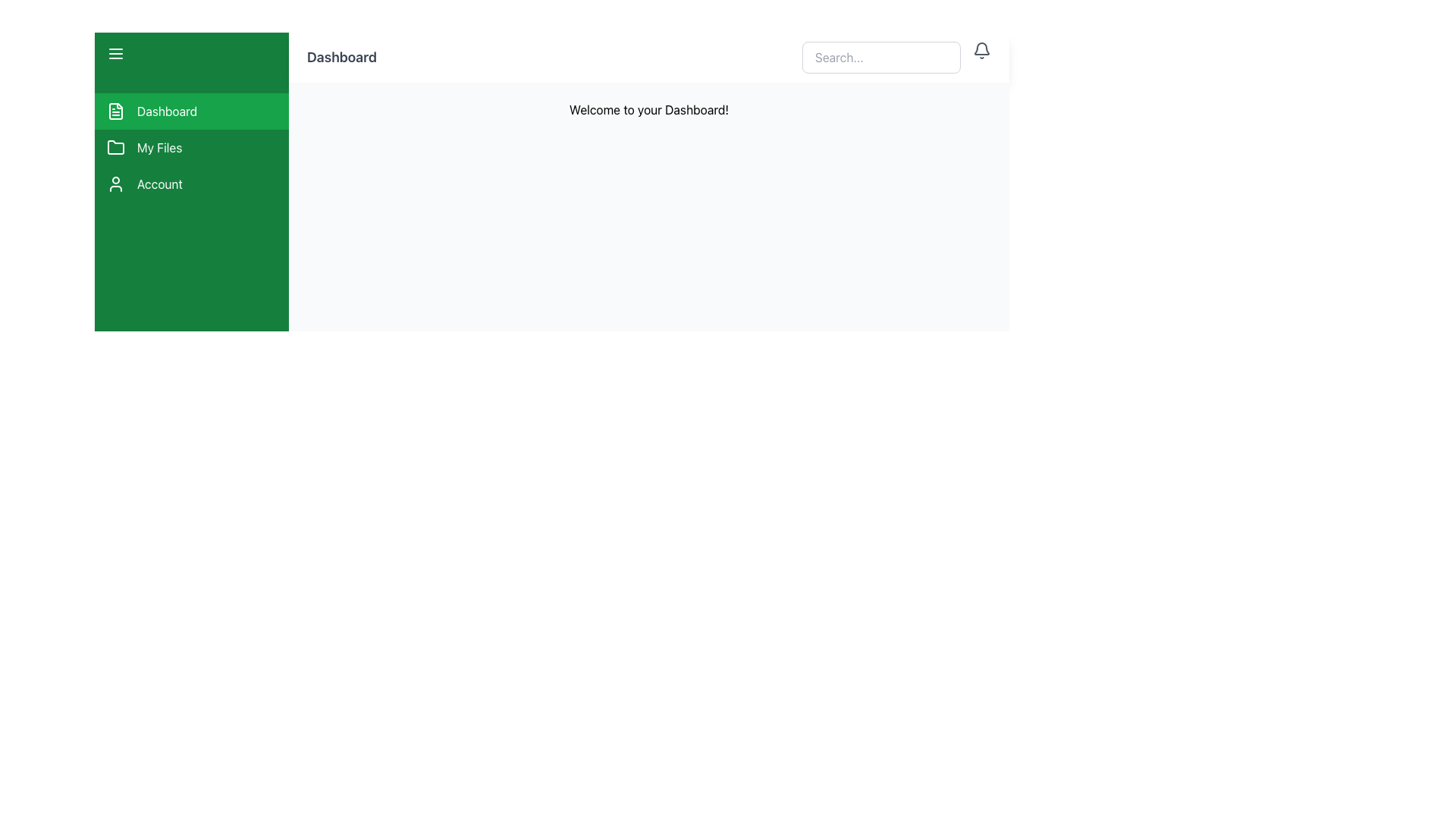  Describe the element at coordinates (160, 184) in the screenshot. I see `the 'Account' navigation label located in the sidebar menu, positioned to the right of the user icon and below the 'My Files' menu item` at that location.